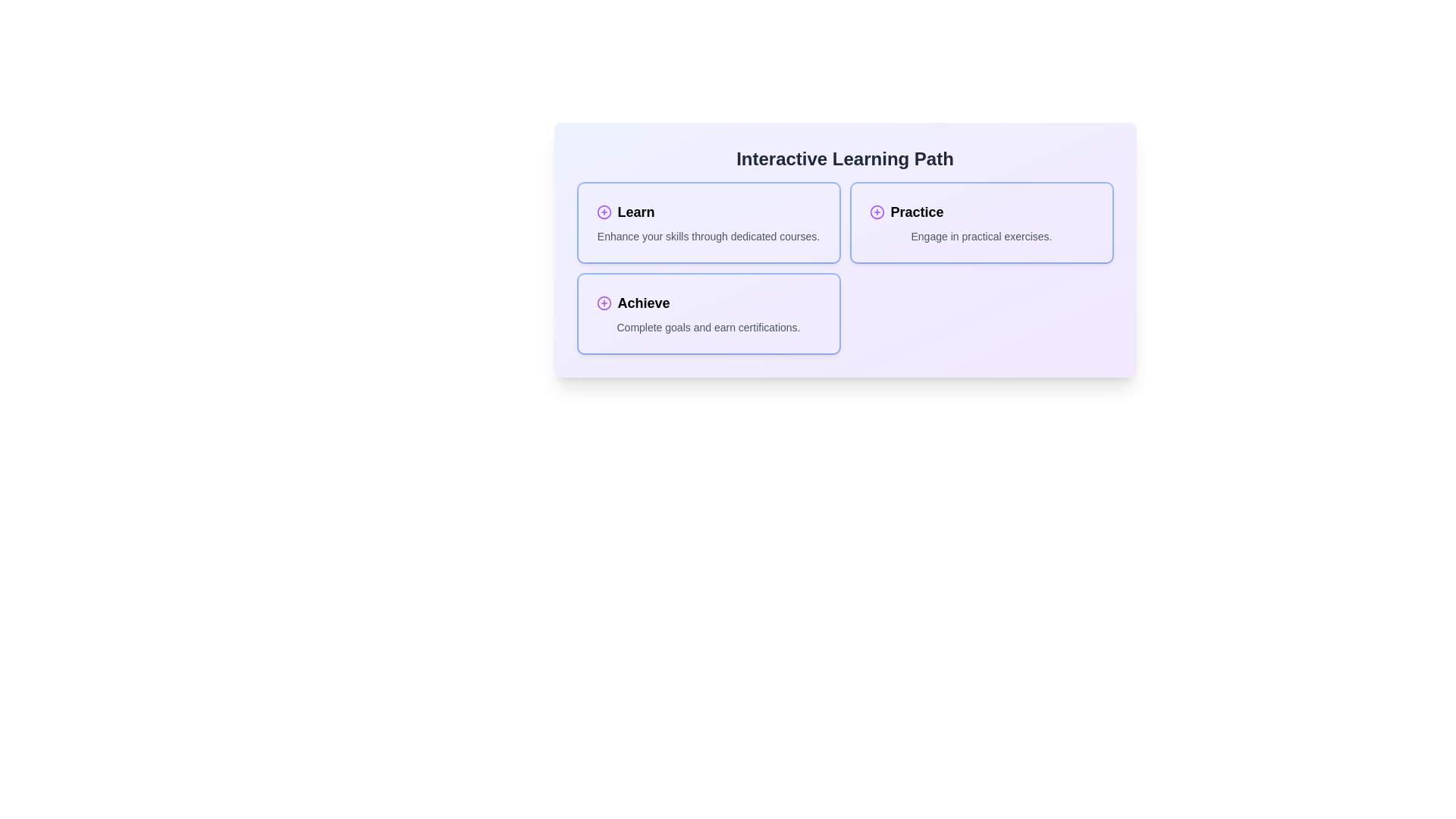  What do you see at coordinates (603, 212) in the screenshot?
I see `the circular icon with a plus sign that is positioned adjacent to the text label 'Learn' within the first card of the interface` at bounding box center [603, 212].